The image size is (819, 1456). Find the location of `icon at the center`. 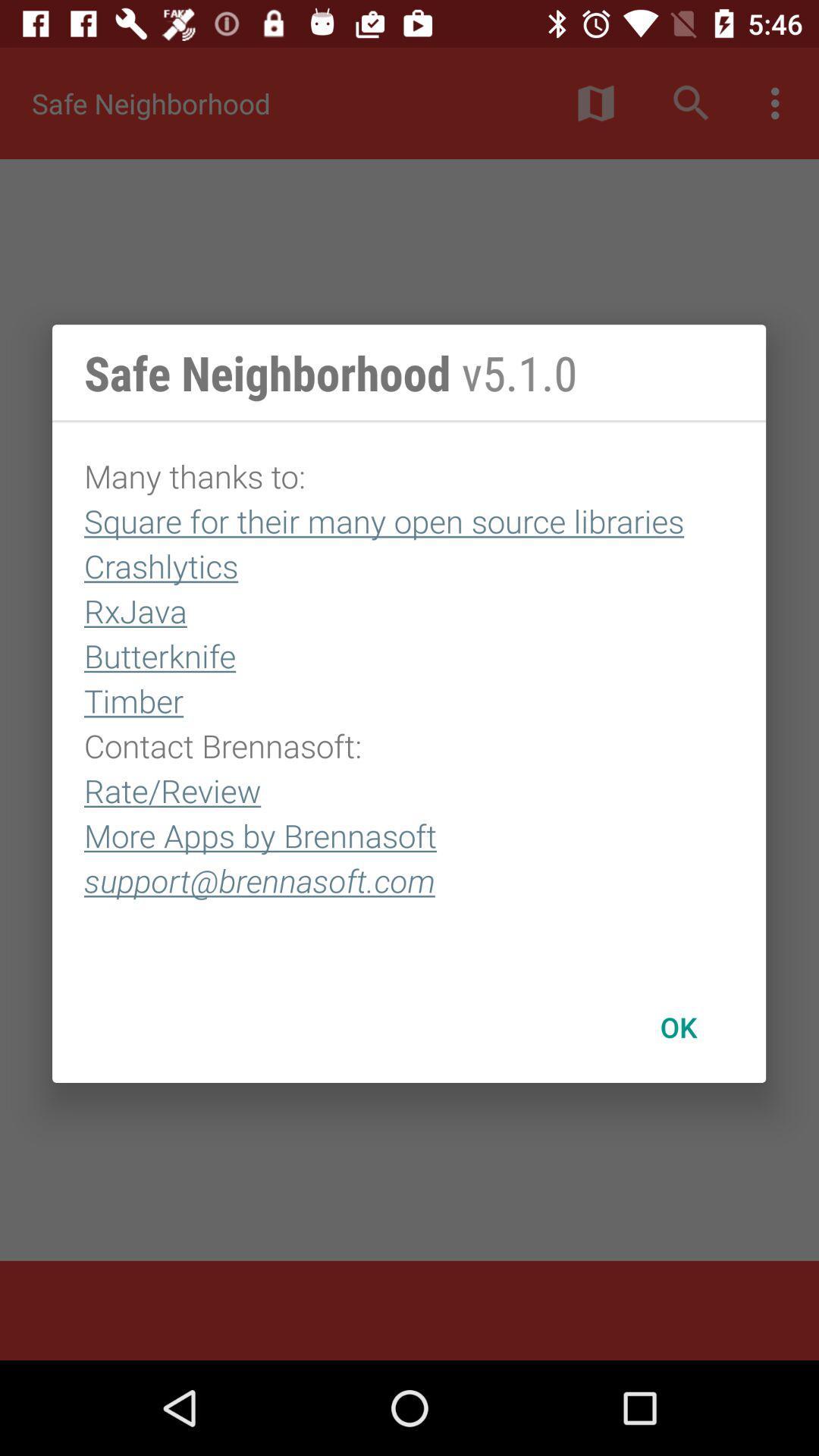

icon at the center is located at coordinates (408, 696).